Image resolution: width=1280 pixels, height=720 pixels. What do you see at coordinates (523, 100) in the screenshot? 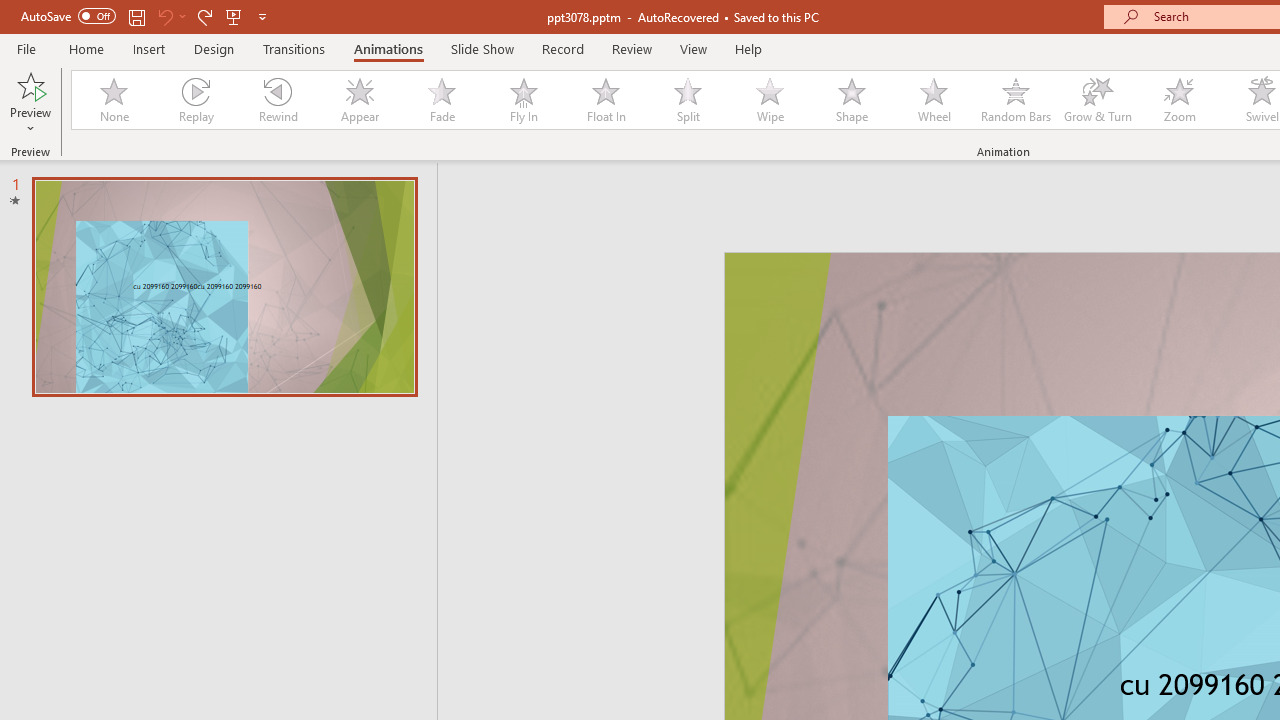
I see `'Fly In'` at bounding box center [523, 100].